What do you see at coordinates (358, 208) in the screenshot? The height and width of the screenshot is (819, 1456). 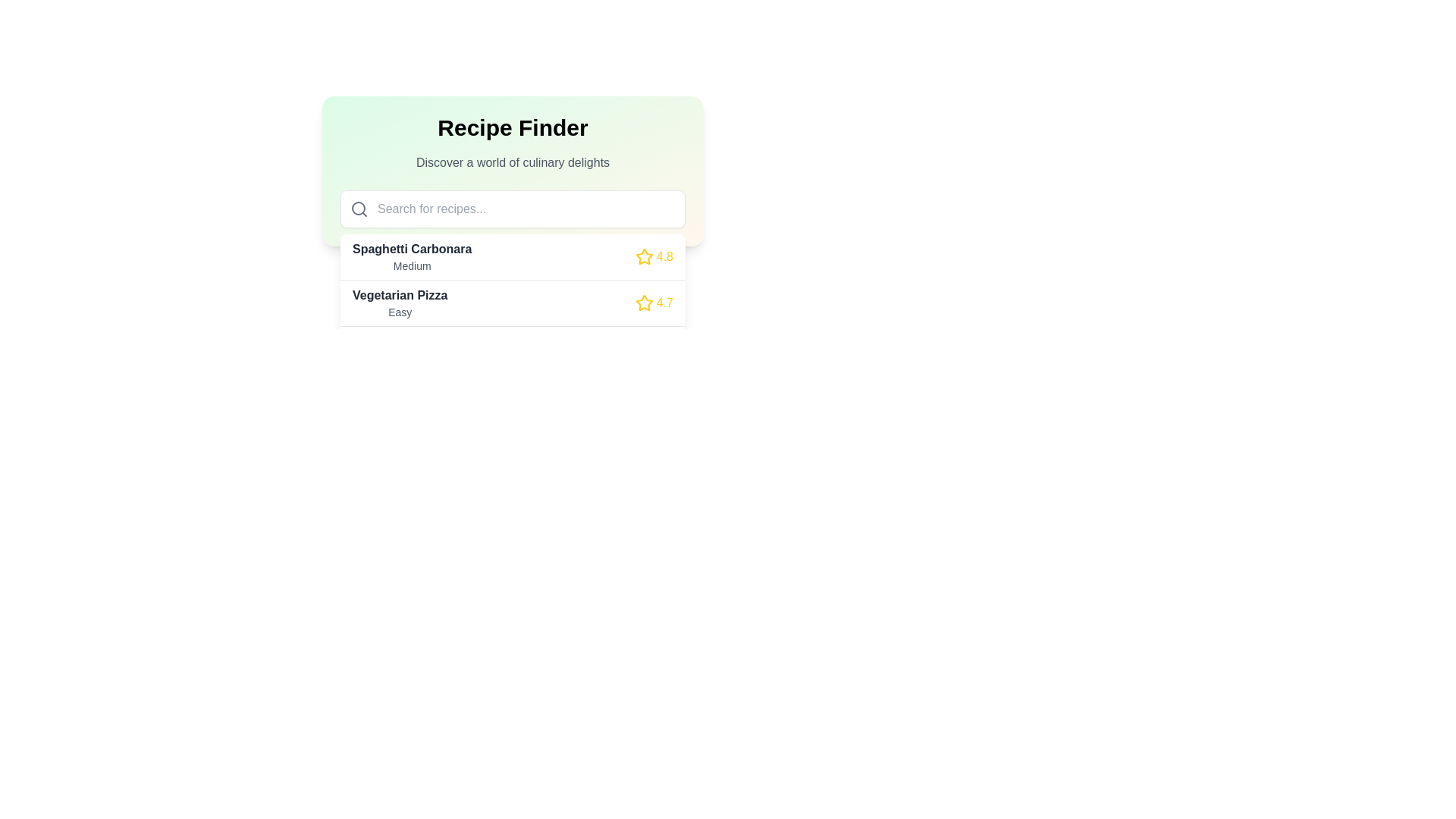 I see `the magnifying glass icon represented by the SVG graphic circle, which symbolizes the search functionality in the interface` at bounding box center [358, 208].